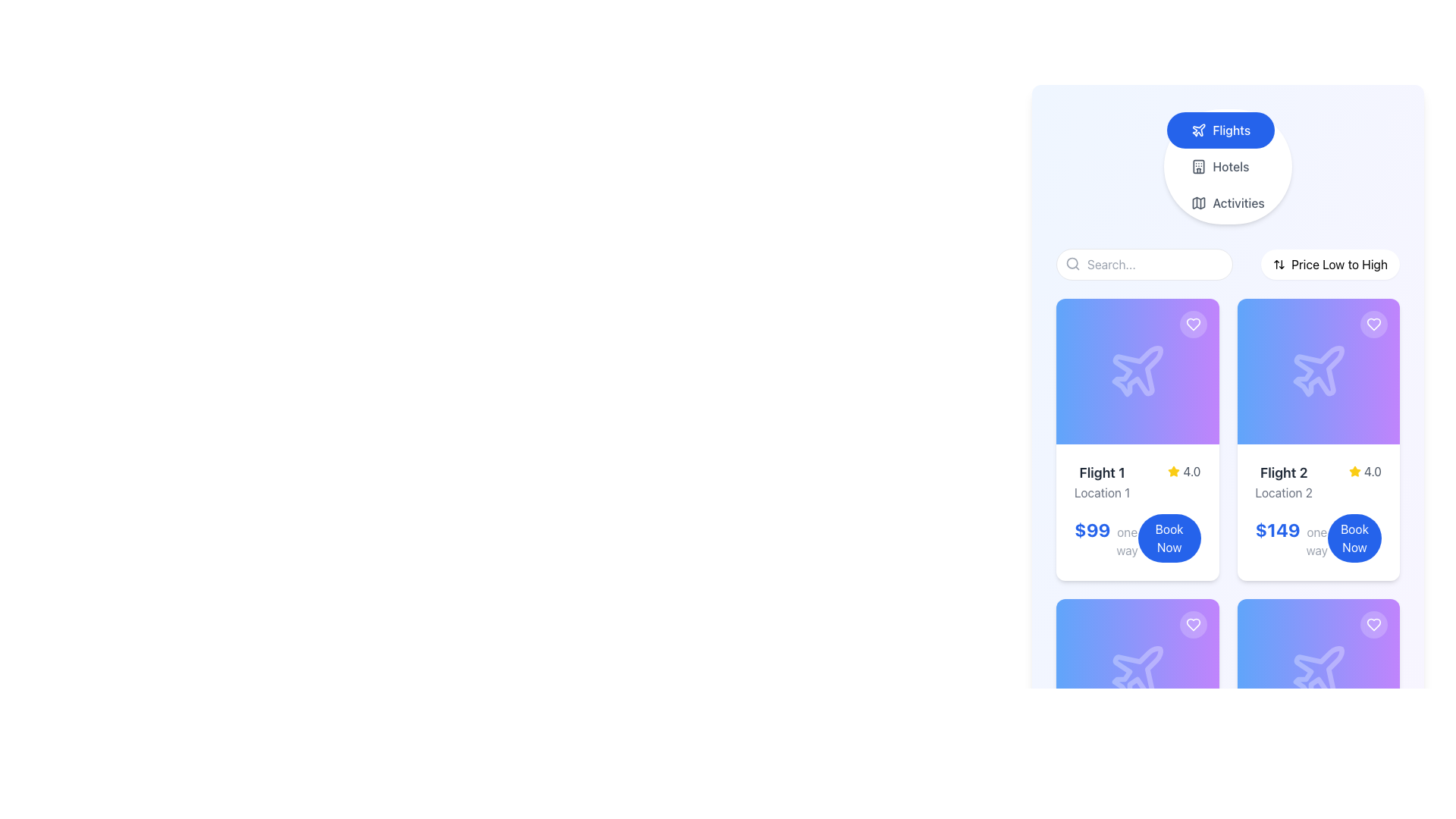  Describe the element at coordinates (1232, 130) in the screenshot. I see `the 'Flights' text label within the navigation button` at that location.